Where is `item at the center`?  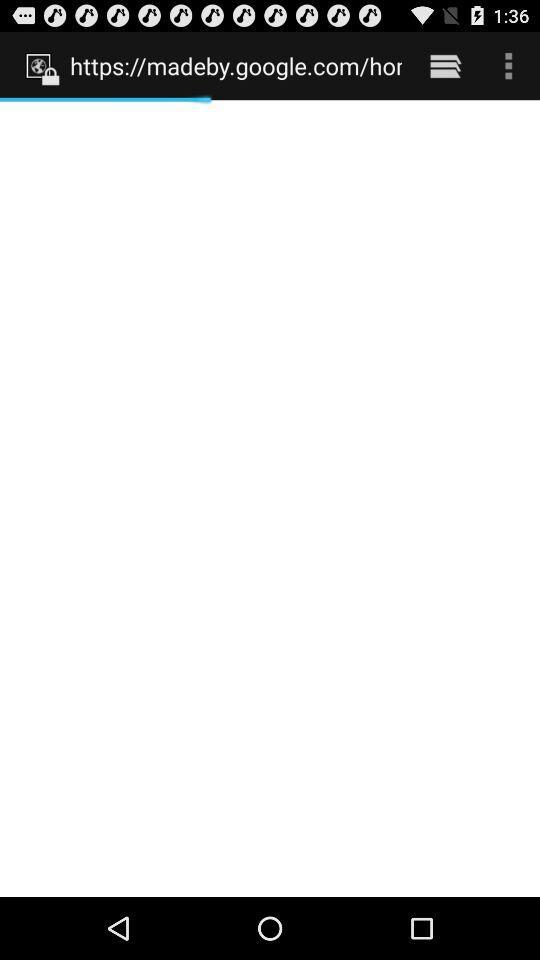
item at the center is located at coordinates (270, 497).